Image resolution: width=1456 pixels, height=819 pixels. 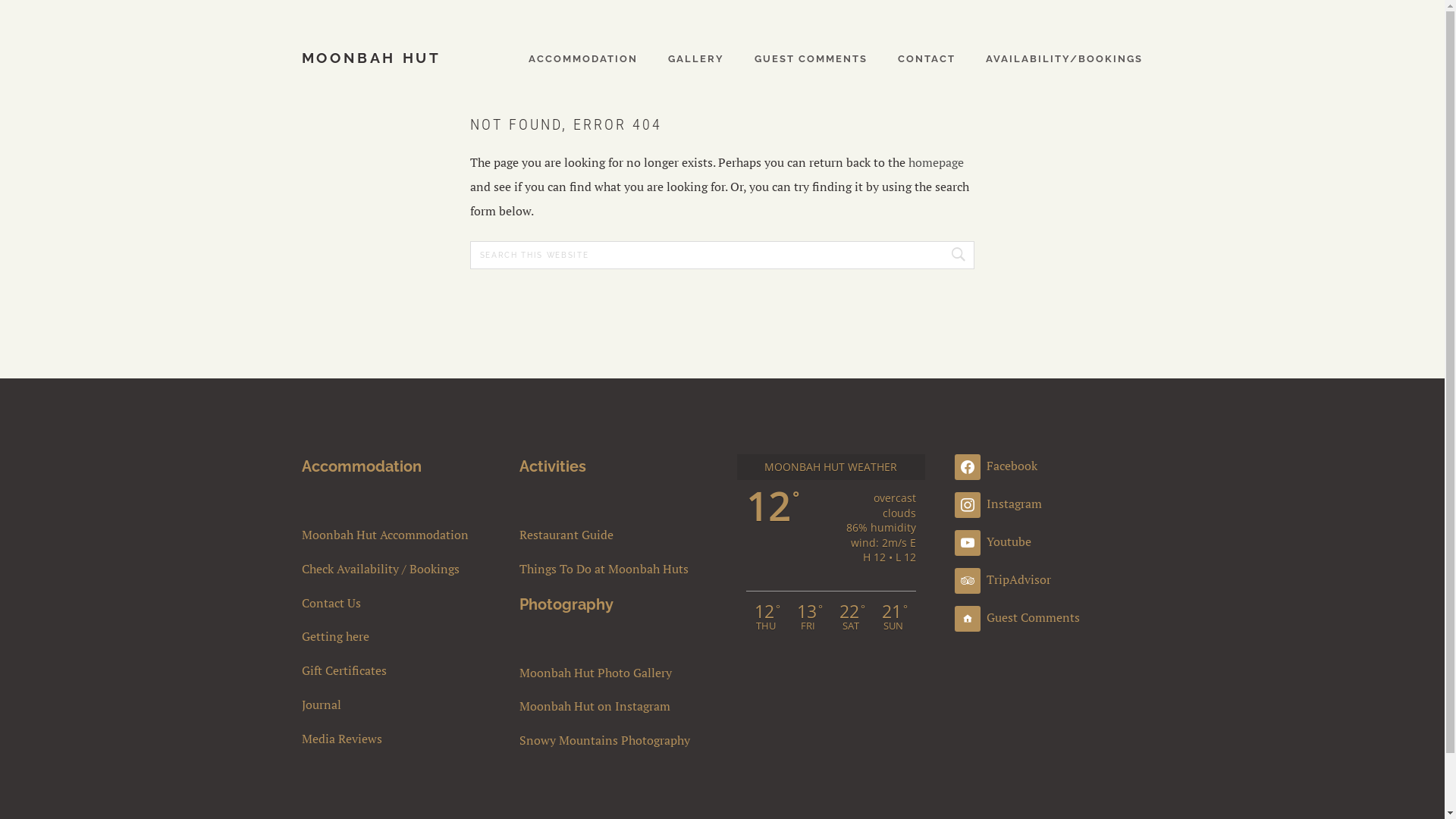 What do you see at coordinates (396, 534) in the screenshot?
I see `'Moonbah Hut Accommodation'` at bounding box center [396, 534].